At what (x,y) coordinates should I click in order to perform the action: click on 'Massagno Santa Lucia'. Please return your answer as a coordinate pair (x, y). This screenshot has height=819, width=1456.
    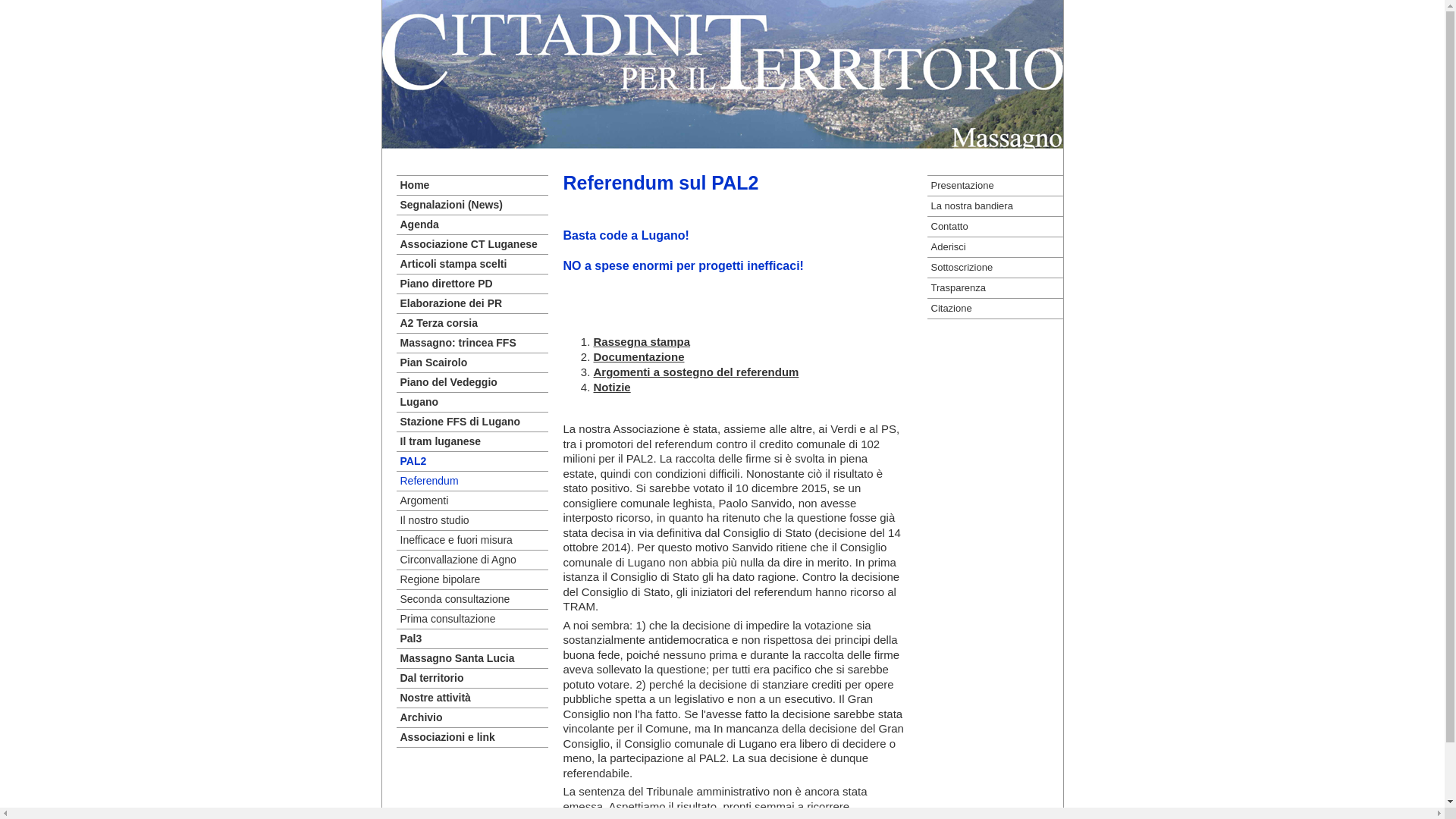
    Looking at the image, I should click on (471, 657).